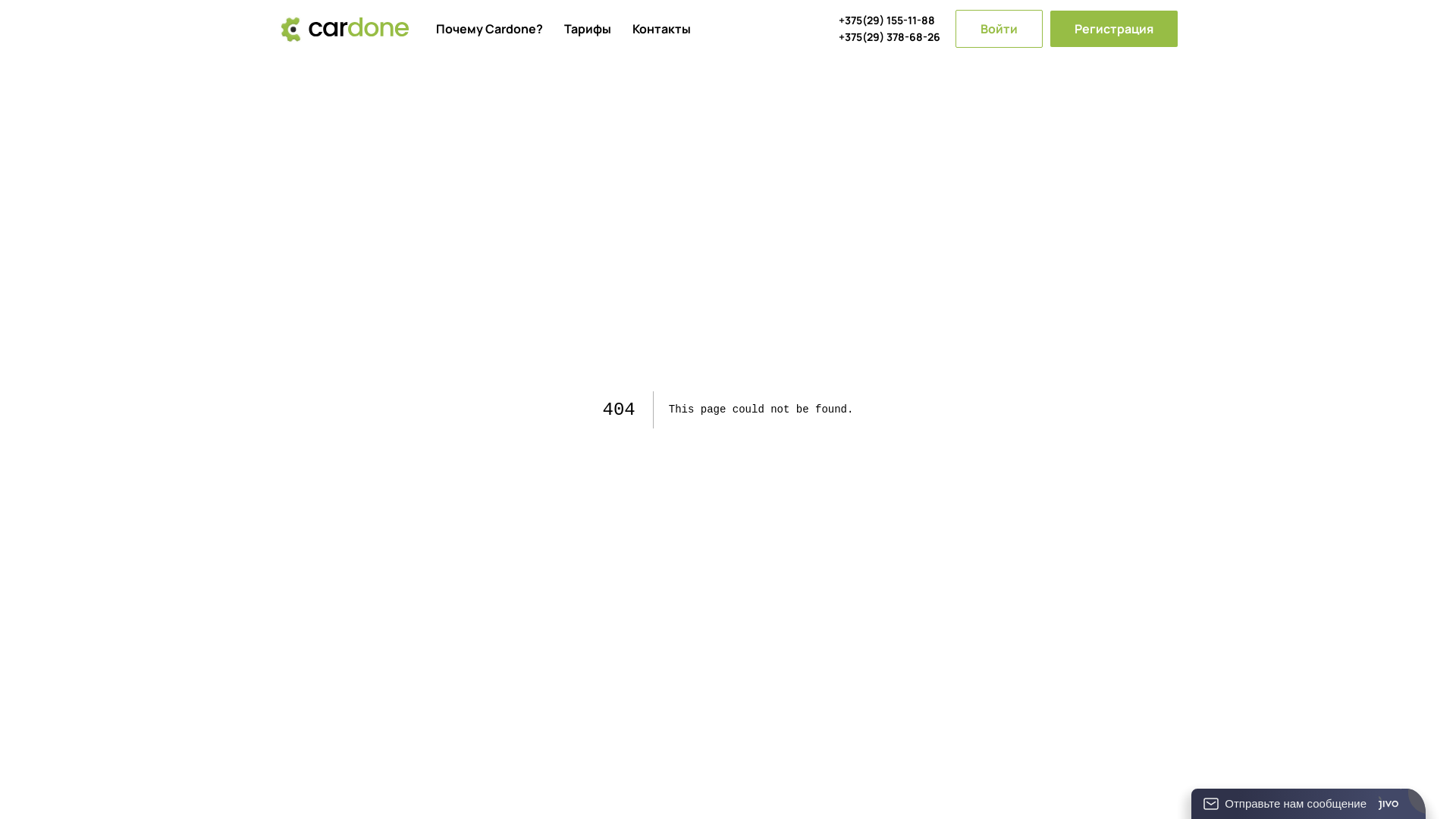 The width and height of the screenshot is (1456, 819). I want to click on '+375(29) 378-68-26', so click(889, 36).